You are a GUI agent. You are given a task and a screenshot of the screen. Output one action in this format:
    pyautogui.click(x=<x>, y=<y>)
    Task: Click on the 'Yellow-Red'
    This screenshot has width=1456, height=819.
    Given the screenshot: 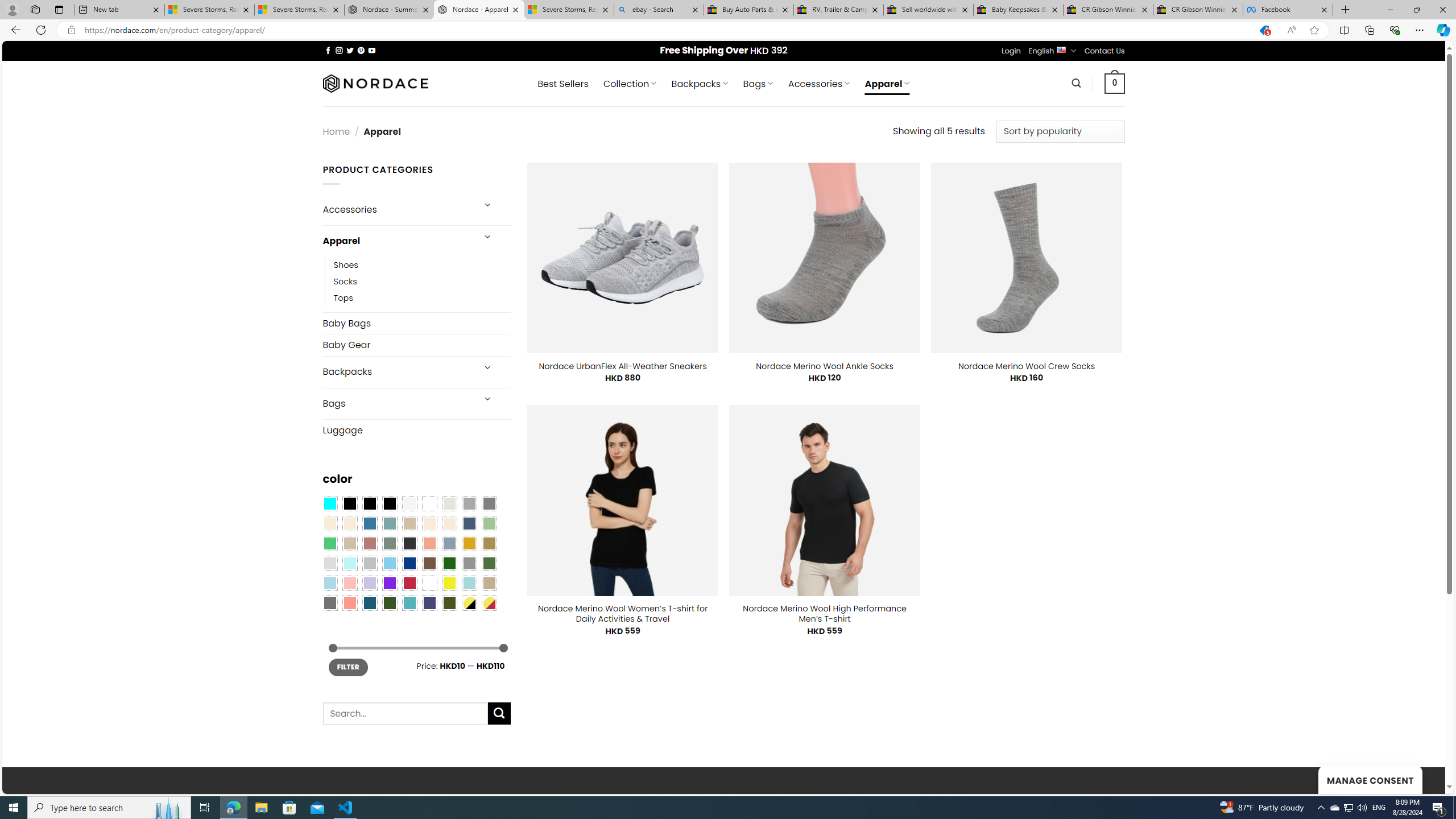 What is the action you would take?
    pyautogui.click(x=489, y=602)
    